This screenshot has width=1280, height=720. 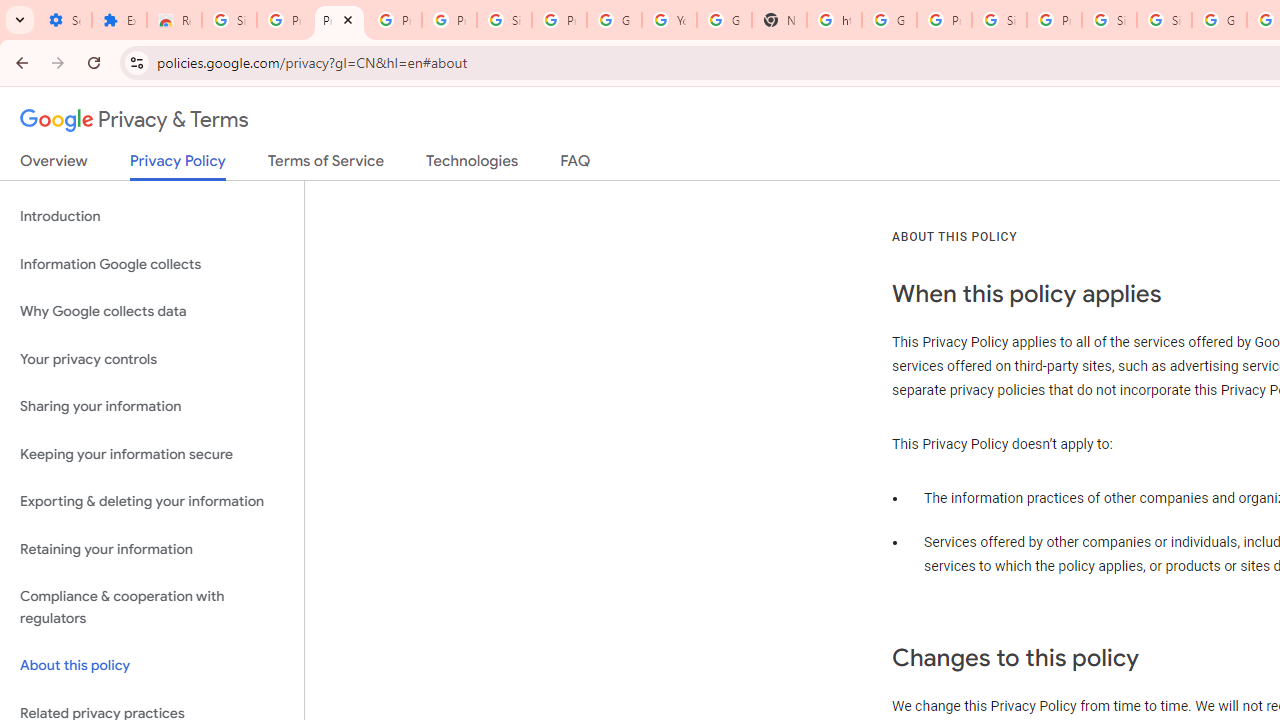 I want to click on 'https://scholar.google.com/', so click(x=833, y=20).